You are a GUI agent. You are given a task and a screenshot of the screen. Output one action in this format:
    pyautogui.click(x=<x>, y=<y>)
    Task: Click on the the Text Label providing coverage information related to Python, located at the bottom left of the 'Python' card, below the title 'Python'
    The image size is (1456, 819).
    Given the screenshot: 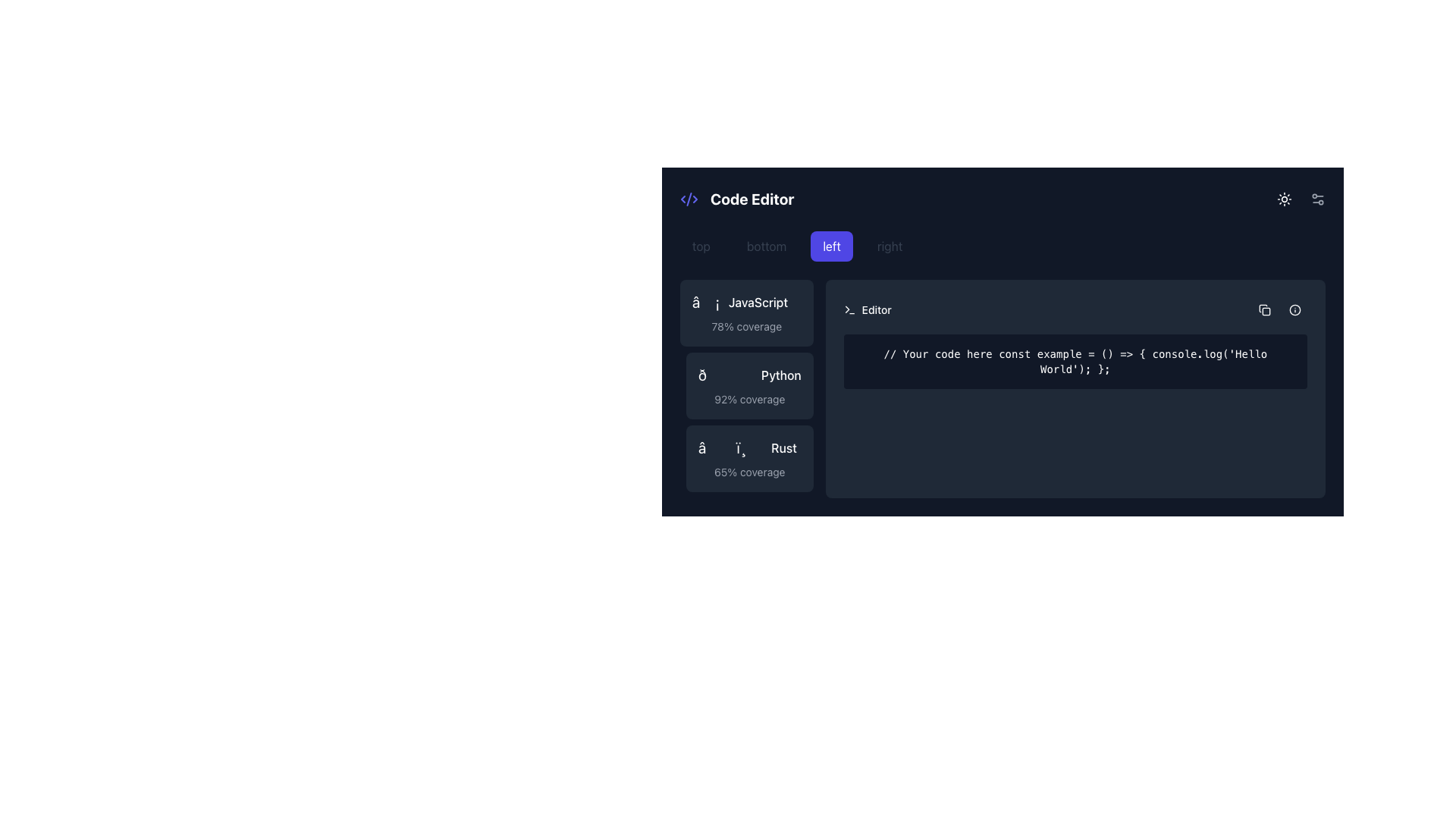 What is the action you would take?
    pyautogui.click(x=749, y=399)
    